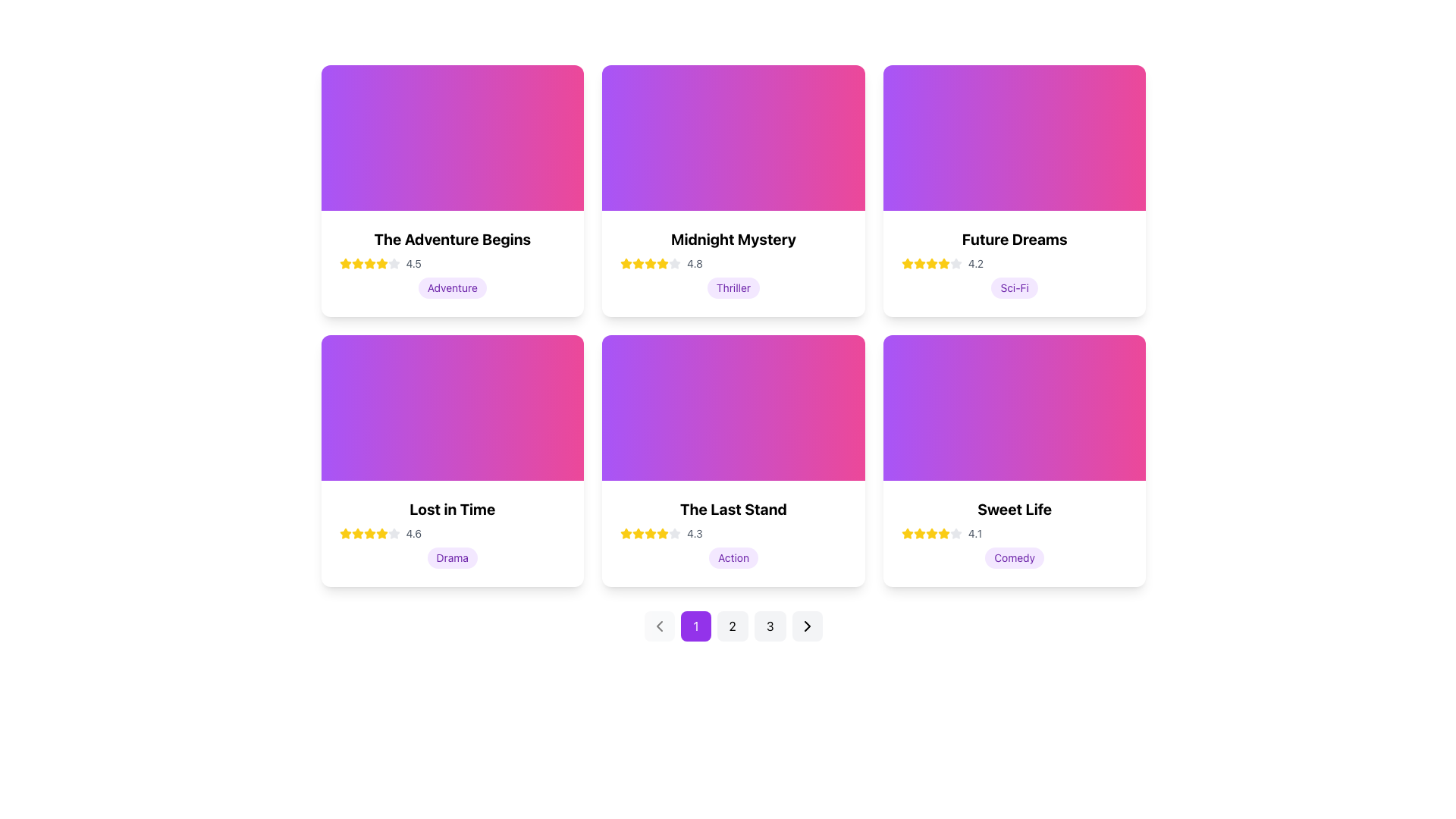 The width and height of the screenshot is (1456, 819). I want to click on the pagination control's previous page button with an arrow icon to change its background color, so click(660, 626).